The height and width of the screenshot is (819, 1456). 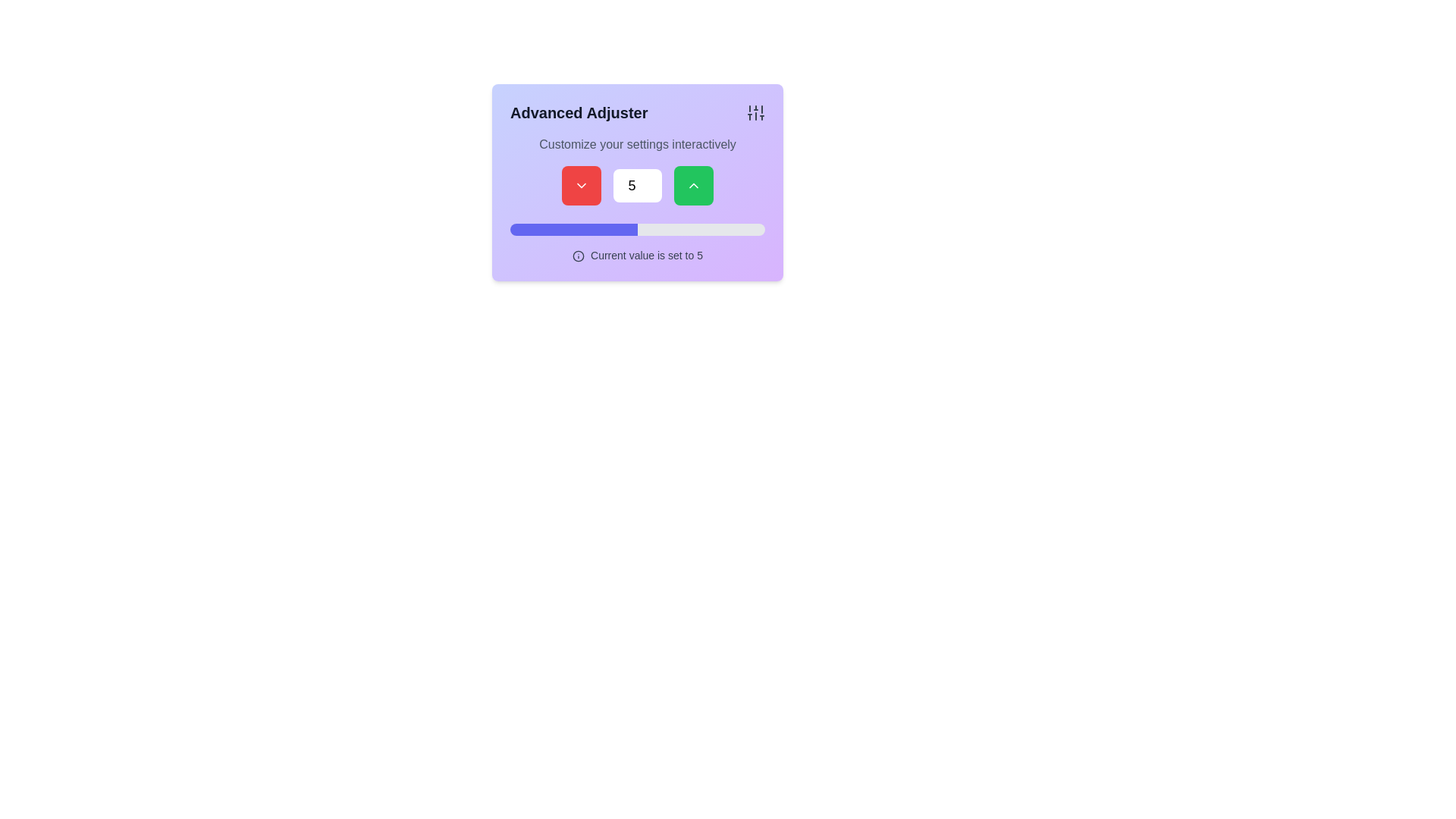 What do you see at coordinates (637, 145) in the screenshot?
I see `the text label that says 'Customize your settings interactively', which is styled in gray and located within a gradient purple panel` at bounding box center [637, 145].